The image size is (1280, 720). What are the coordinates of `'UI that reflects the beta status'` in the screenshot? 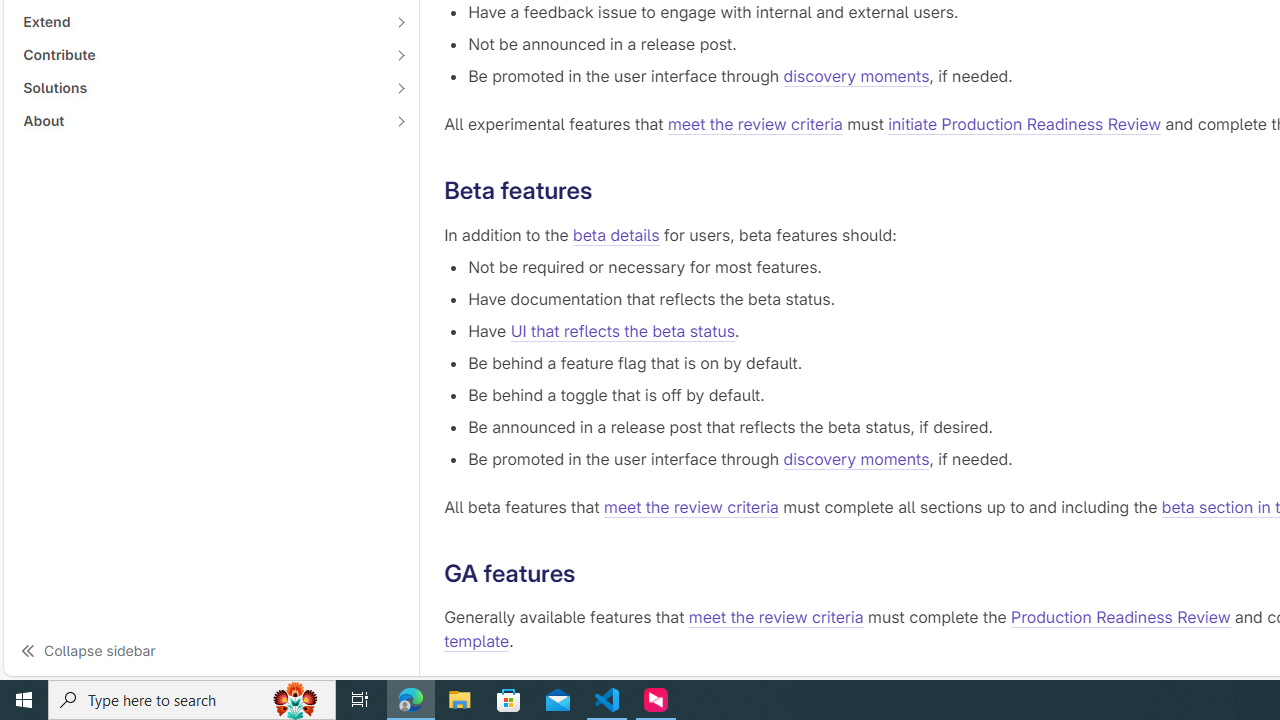 It's located at (621, 329).